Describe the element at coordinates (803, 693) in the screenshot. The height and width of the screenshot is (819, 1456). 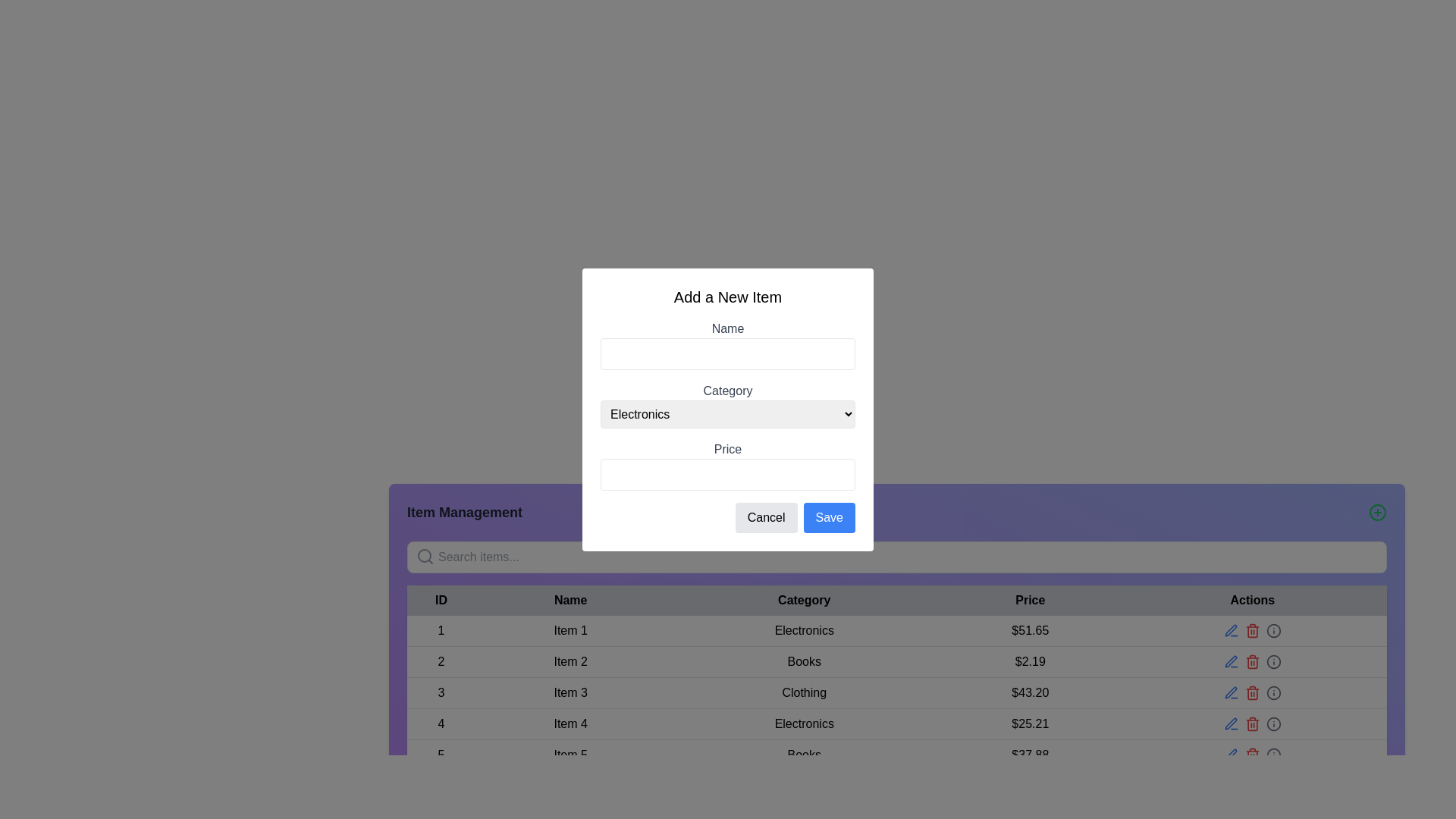
I see `text content of the Text Label representing the category 'Clothing' for 'Item 3' in the table, located in the third row under the 'Category' column` at that location.